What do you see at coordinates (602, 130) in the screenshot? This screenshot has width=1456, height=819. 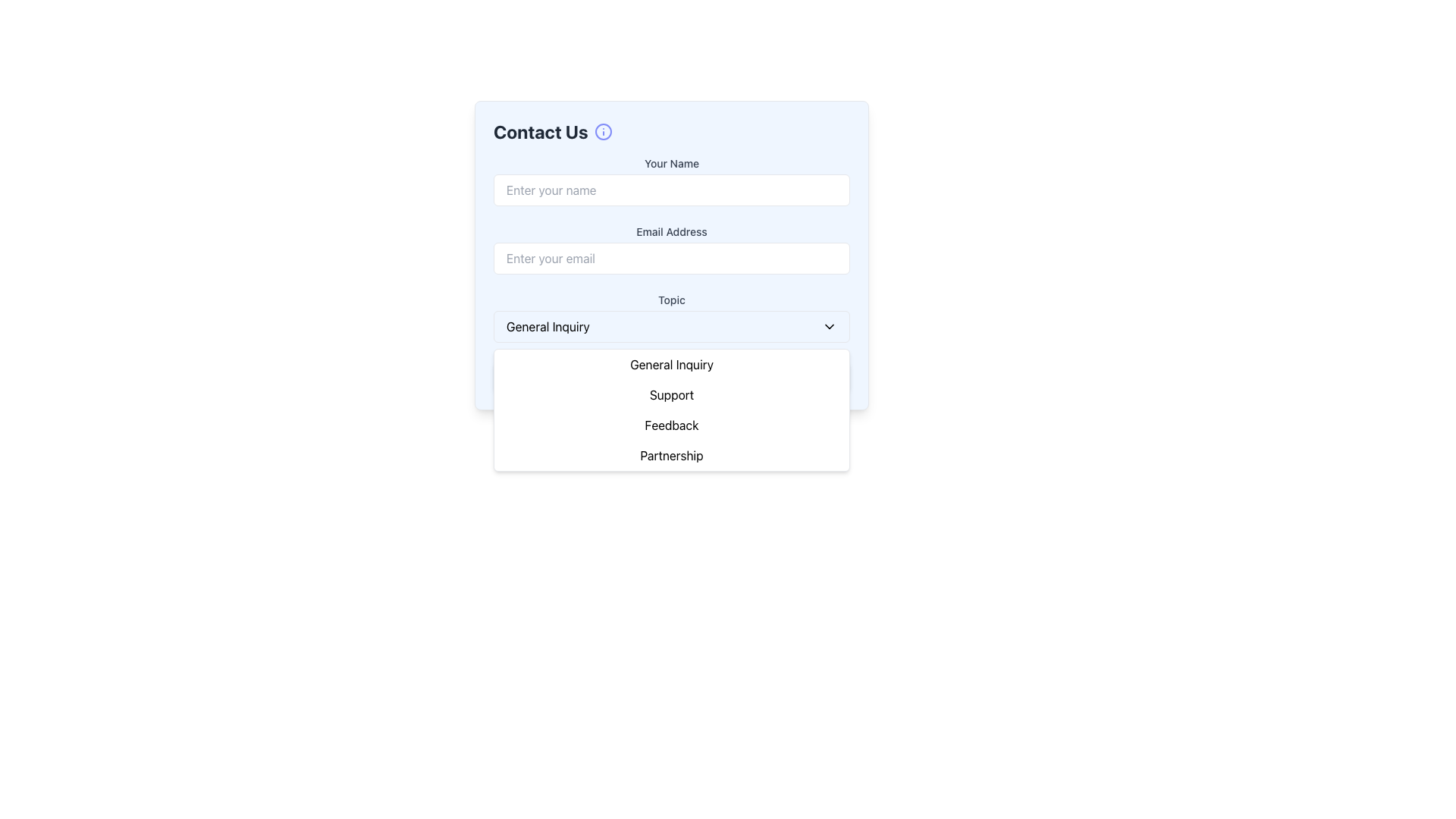 I see `the information indicator icon located immediately to the right of the 'Contact Us' text label` at bounding box center [602, 130].